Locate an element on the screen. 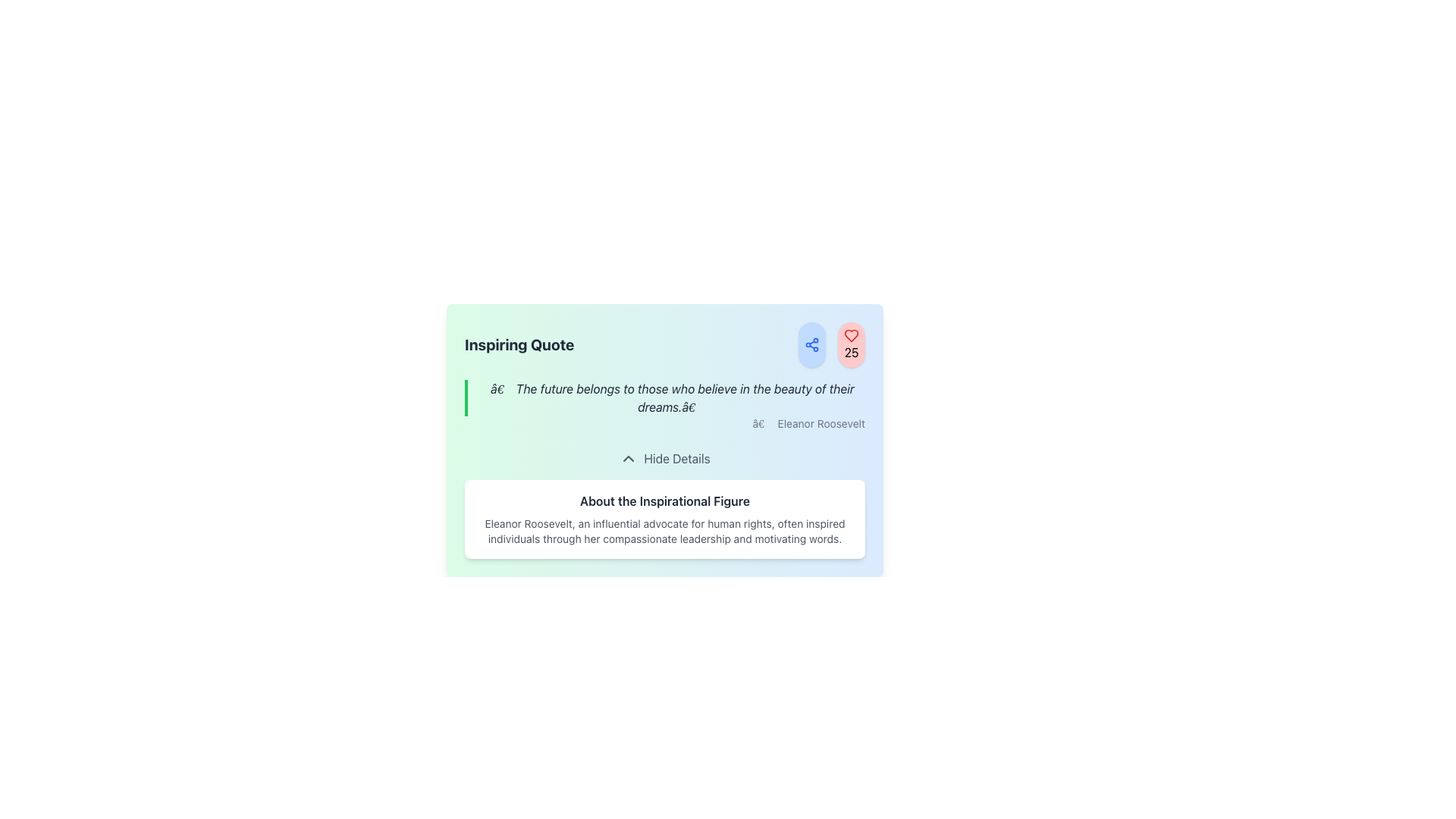 Image resolution: width=1456 pixels, height=819 pixels. the circular button with a pale red background containing a heart icon and the number '25' to like the quote is located at coordinates (831, 345).